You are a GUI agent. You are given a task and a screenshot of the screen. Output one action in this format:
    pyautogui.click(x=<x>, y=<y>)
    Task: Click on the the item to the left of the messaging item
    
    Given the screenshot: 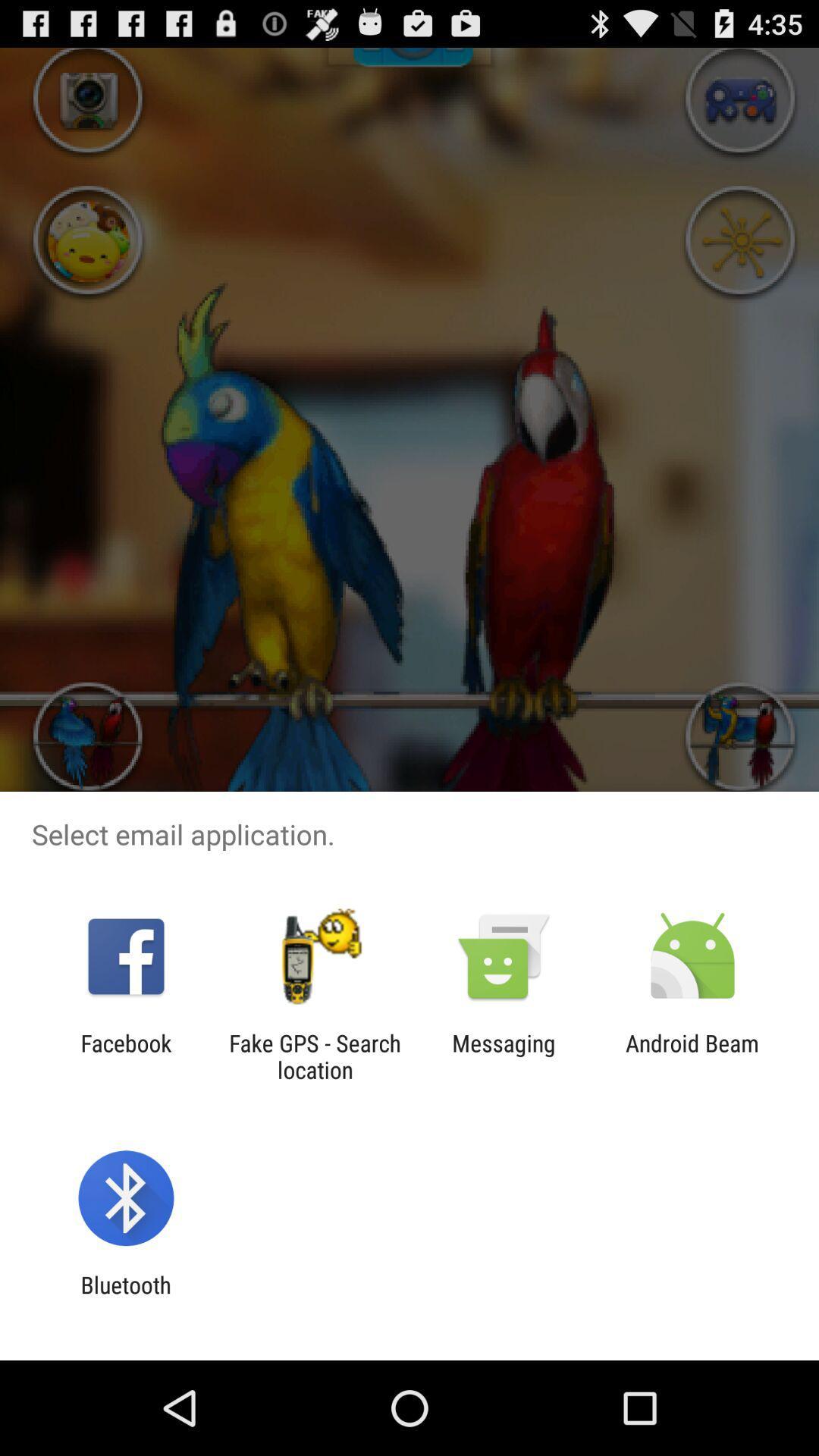 What is the action you would take?
    pyautogui.click(x=314, y=1056)
    